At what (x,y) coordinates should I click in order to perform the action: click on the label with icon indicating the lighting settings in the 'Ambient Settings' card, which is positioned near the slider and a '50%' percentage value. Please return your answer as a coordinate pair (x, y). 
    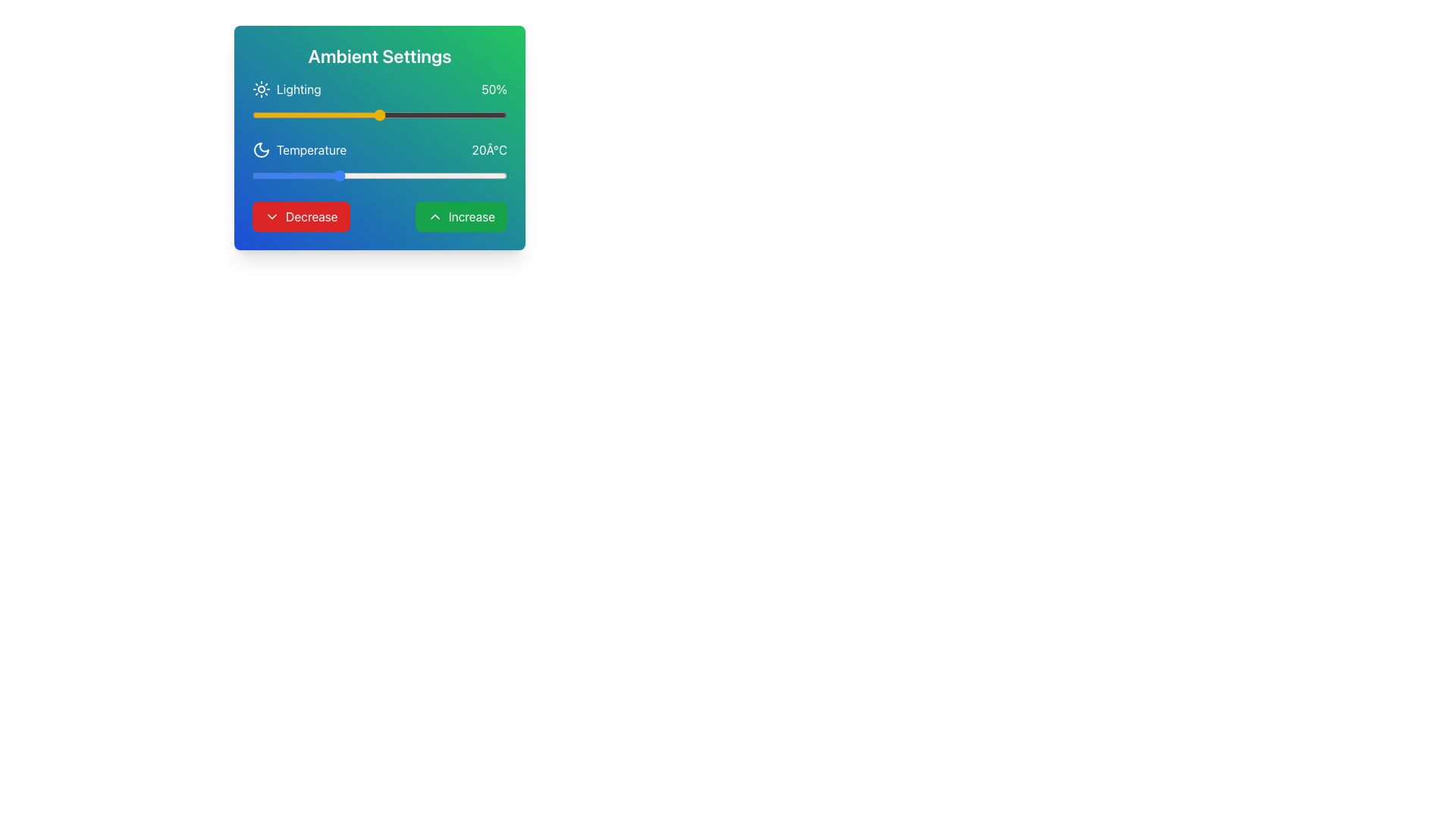
    Looking at the image, I should click on (287, 89).